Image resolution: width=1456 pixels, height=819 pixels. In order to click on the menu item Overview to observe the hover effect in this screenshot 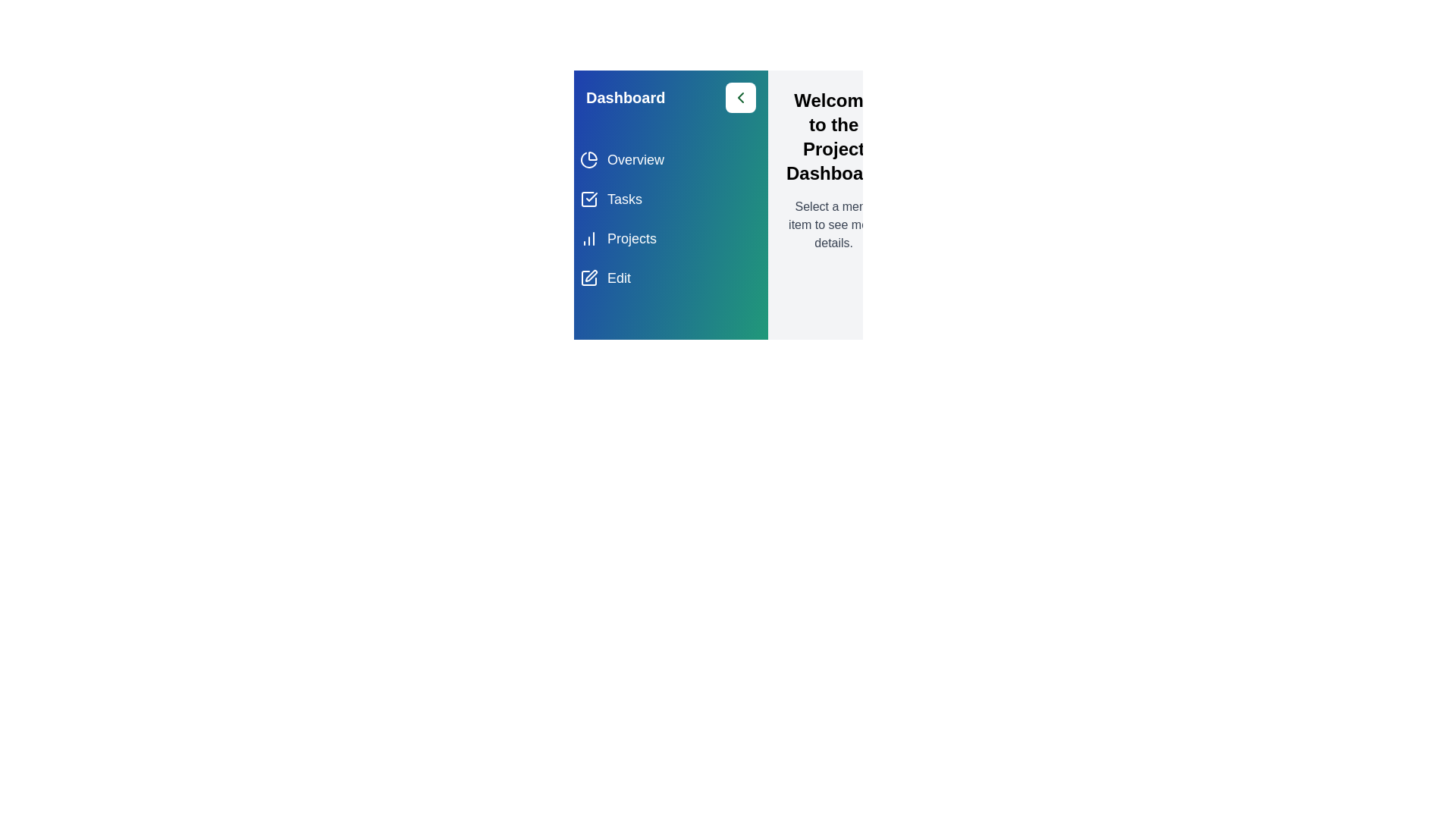, I will do `click(670, 160)`.